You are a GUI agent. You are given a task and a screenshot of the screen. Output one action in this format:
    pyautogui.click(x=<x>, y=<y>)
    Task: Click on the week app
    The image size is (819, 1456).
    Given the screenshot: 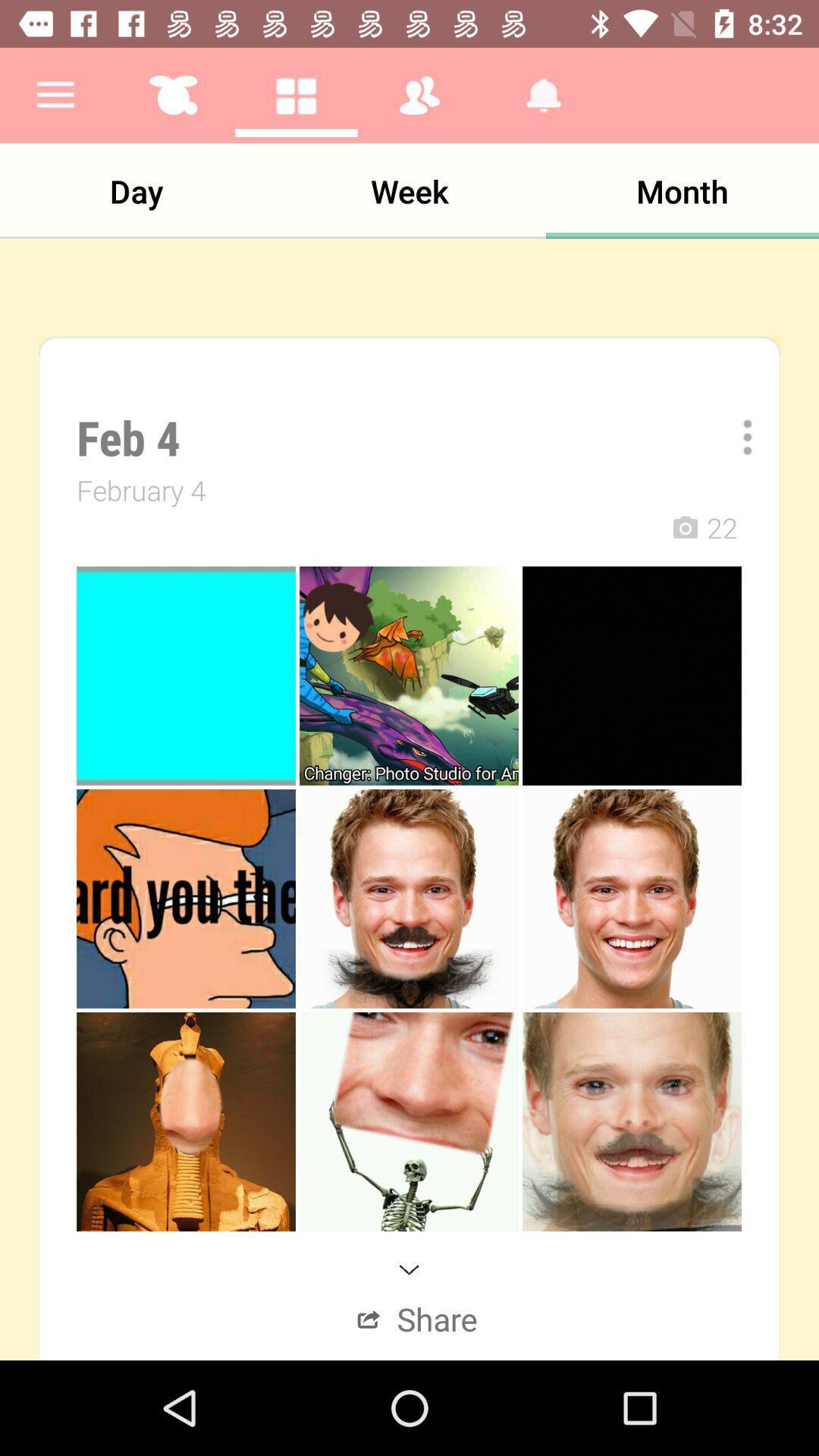 What is the action you would take?
    pyautogui.click(x=409, y=190)
    